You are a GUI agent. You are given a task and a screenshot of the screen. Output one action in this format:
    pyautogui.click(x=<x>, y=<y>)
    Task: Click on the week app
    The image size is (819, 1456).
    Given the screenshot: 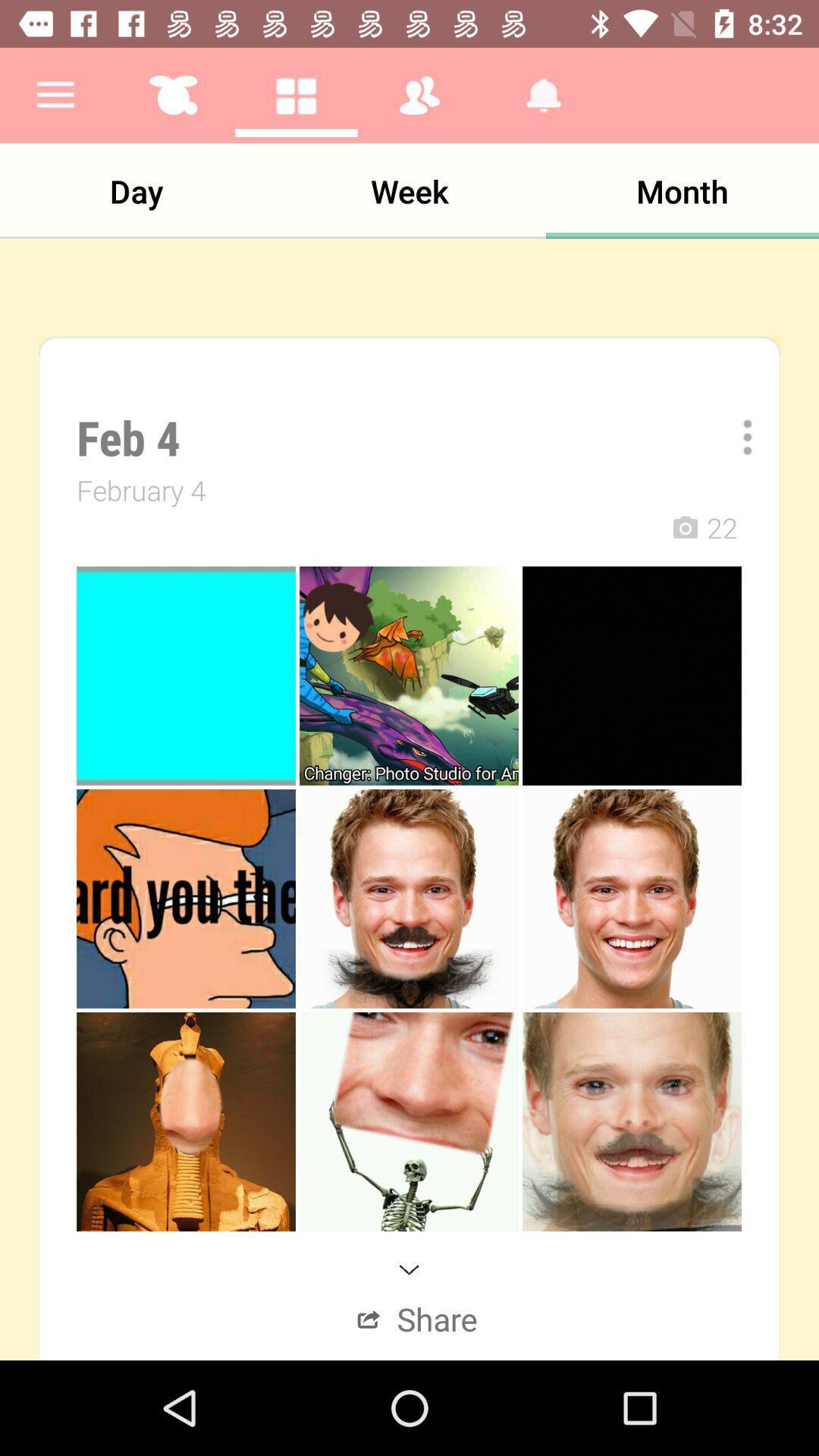 What is the action you would take?
    pyautogui.click(x=409, y=190)
    